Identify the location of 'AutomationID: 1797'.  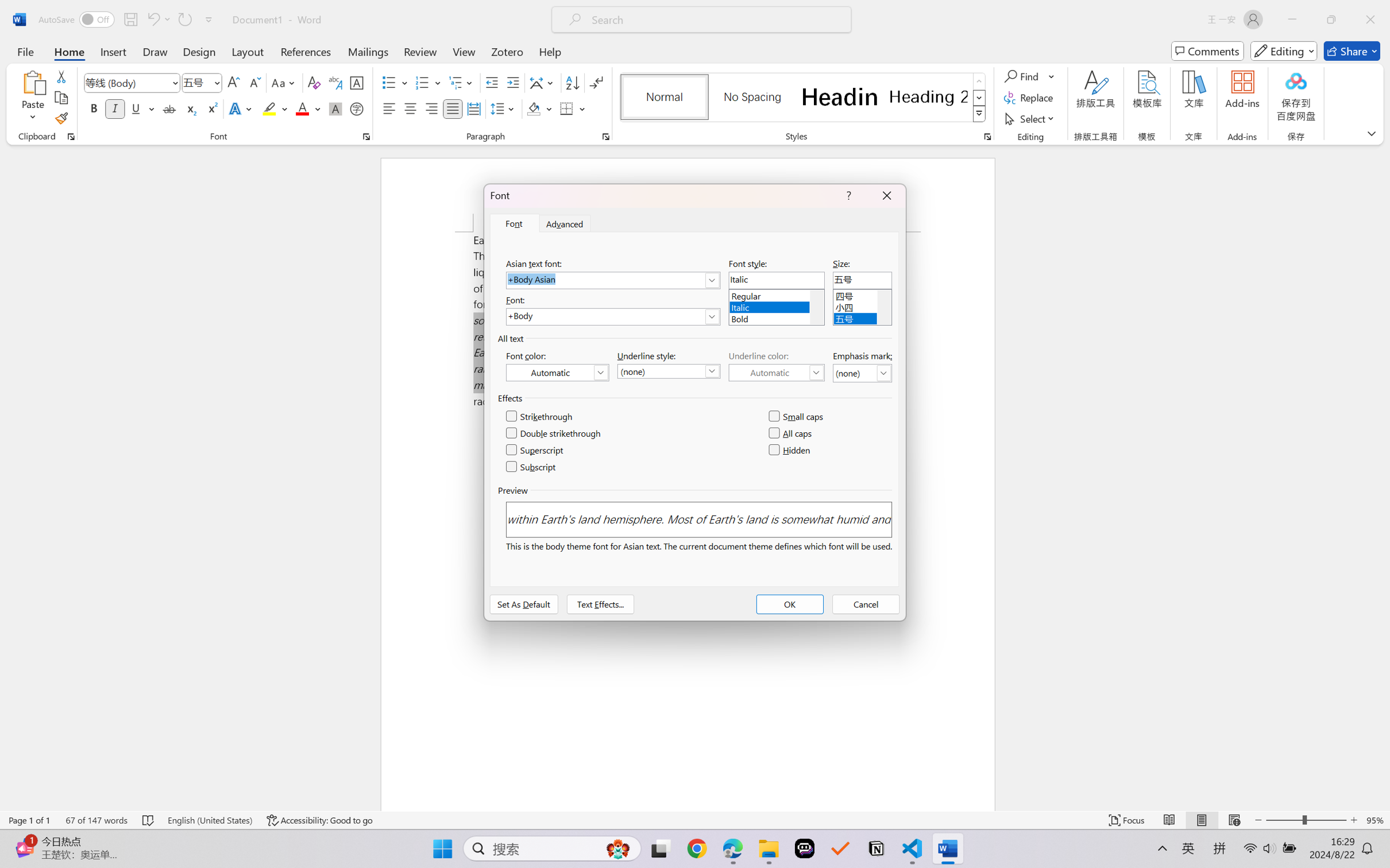
(883, 307).